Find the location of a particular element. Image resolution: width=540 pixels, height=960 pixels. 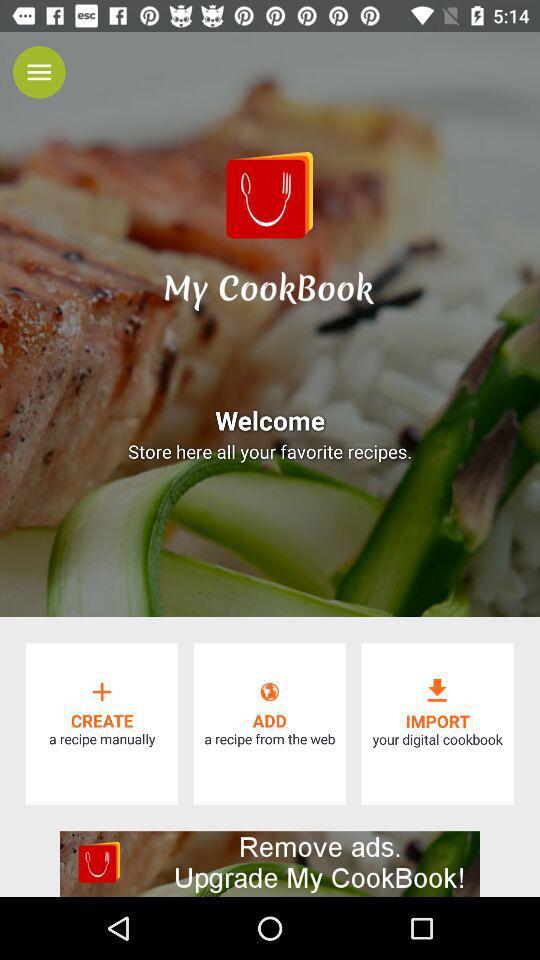

menu items is located at coordinates (39, 72).